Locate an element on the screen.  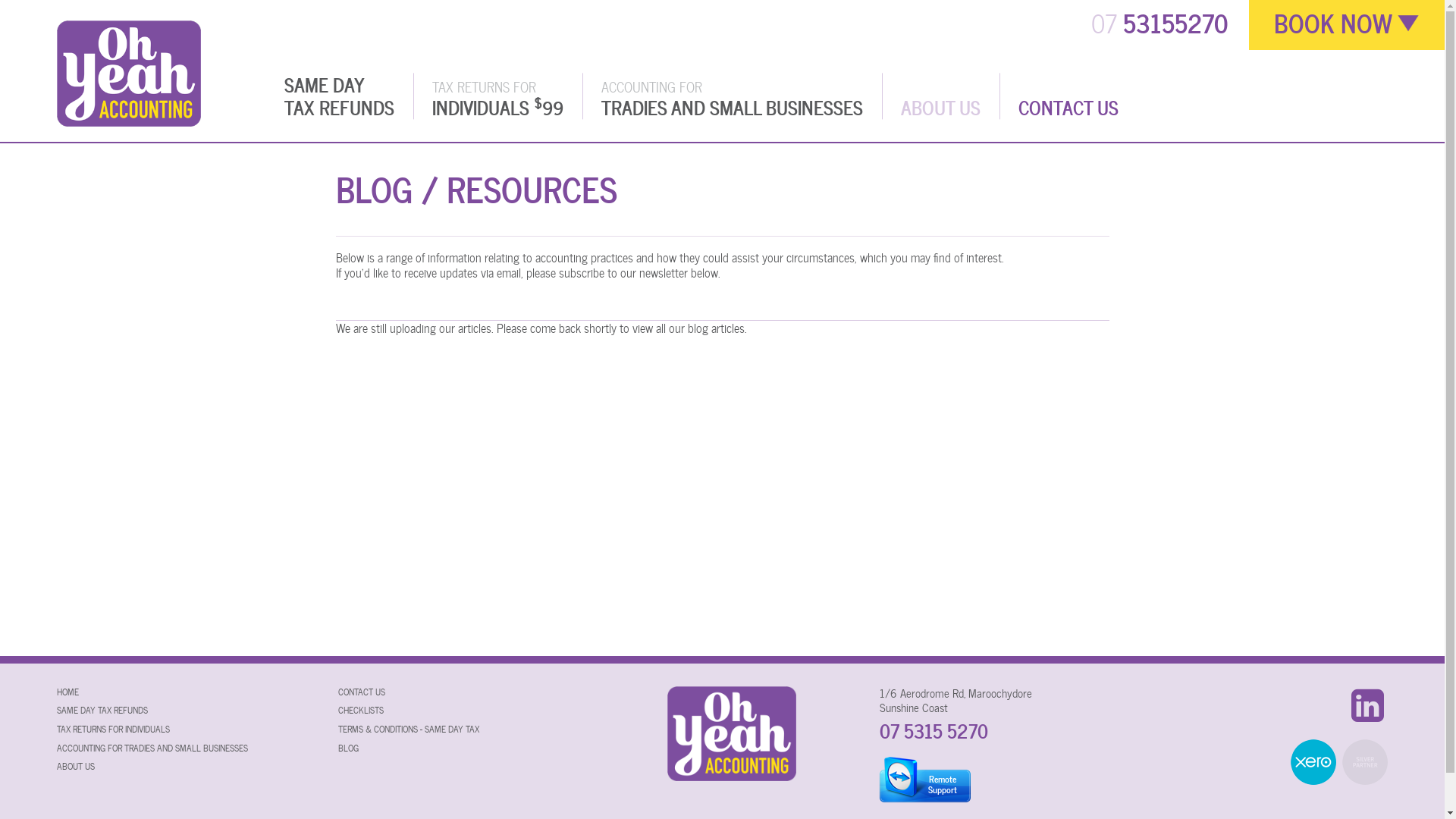
'07 53155270' is located at coordinates (1090, 23).